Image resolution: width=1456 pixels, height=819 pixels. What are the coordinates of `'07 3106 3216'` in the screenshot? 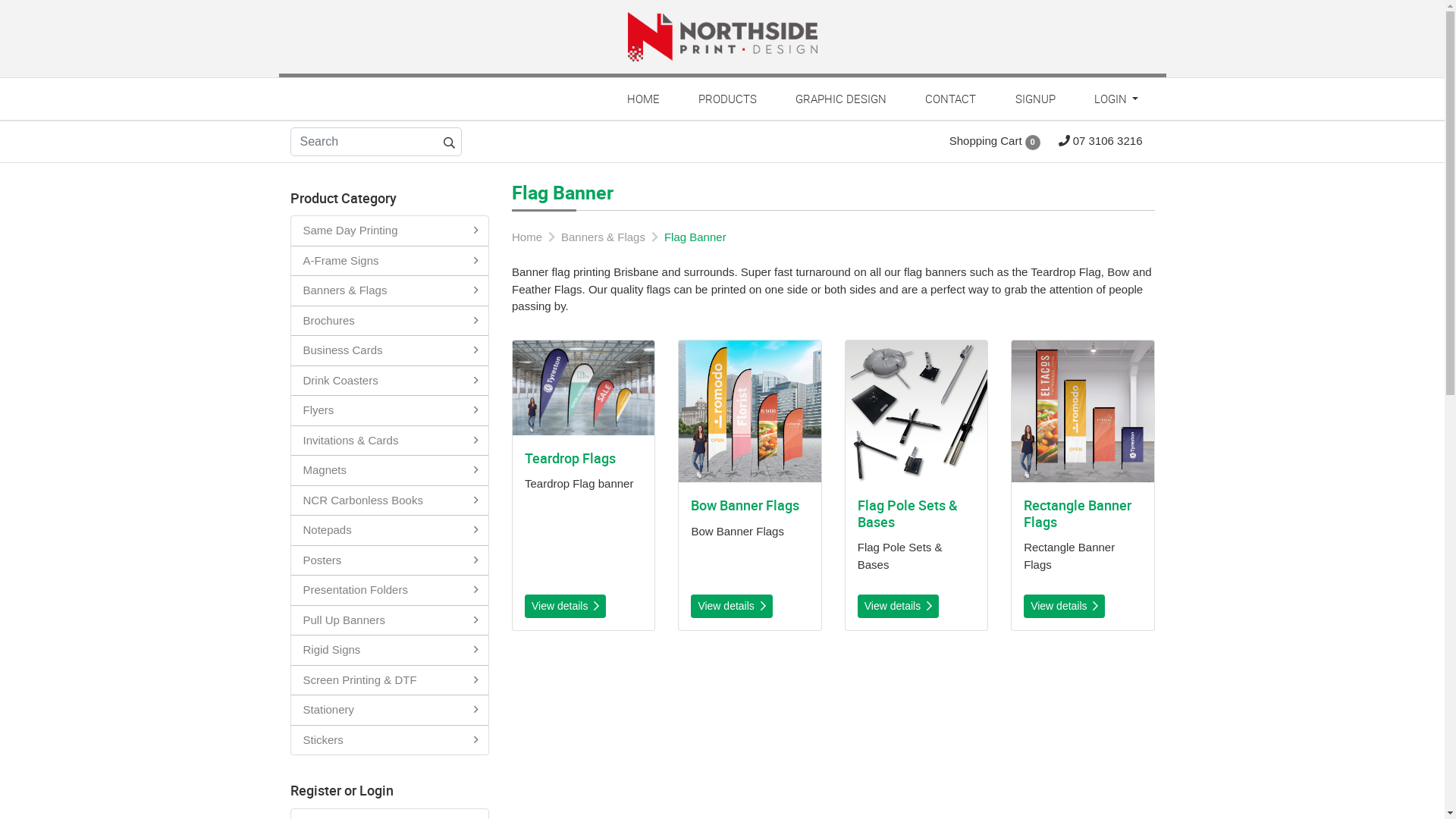 It's located at (1100, 140).